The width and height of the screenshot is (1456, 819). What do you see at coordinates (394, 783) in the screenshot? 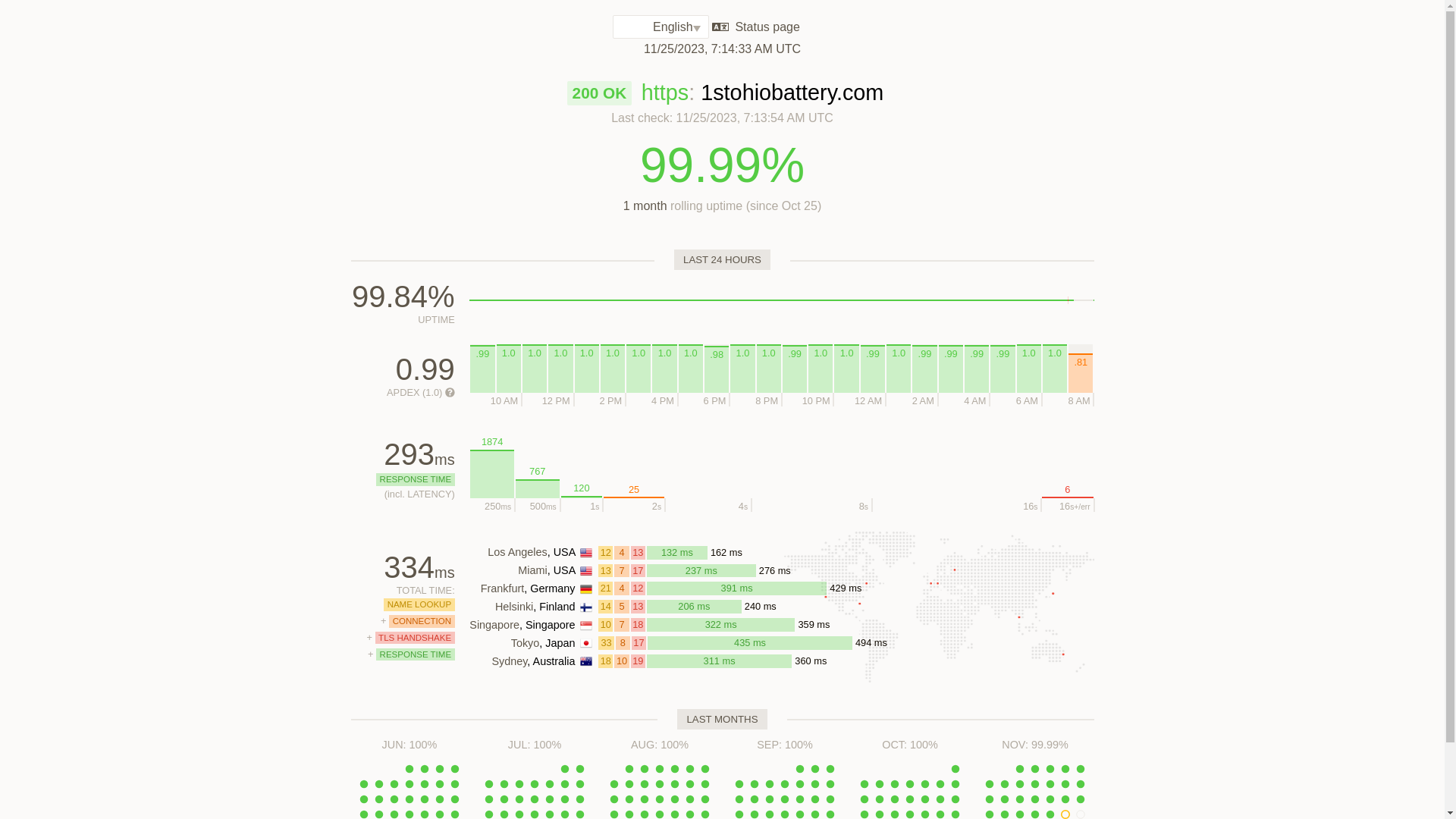
I see `'<small>Jun 07:</small> No downtime'` at bounding box center [394, 783].